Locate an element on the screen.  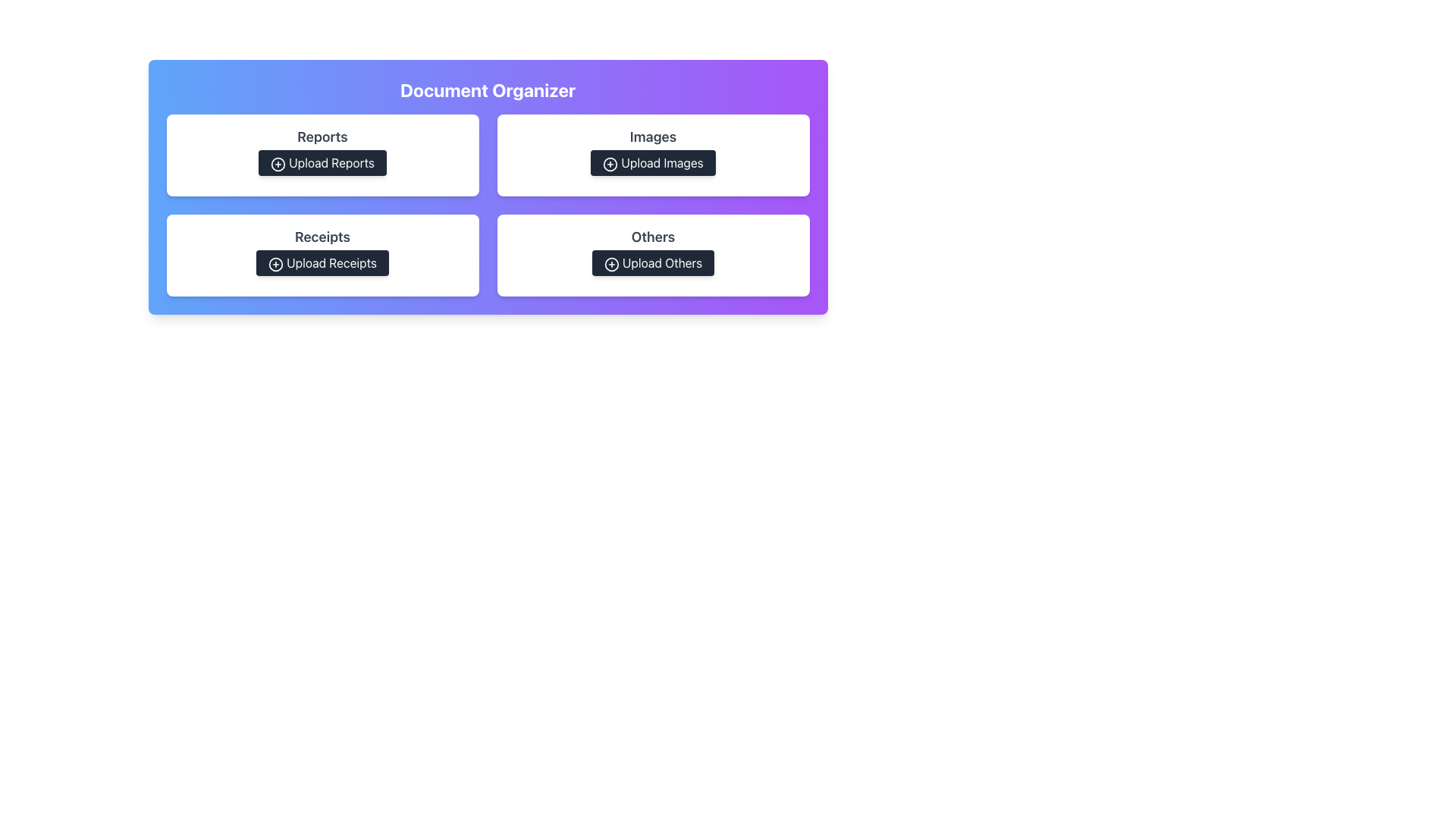
the 'Upload Images' button, which has a dark gray background, white text, and an icon of a circle with a plus sign is located at coordinates (653, 163).